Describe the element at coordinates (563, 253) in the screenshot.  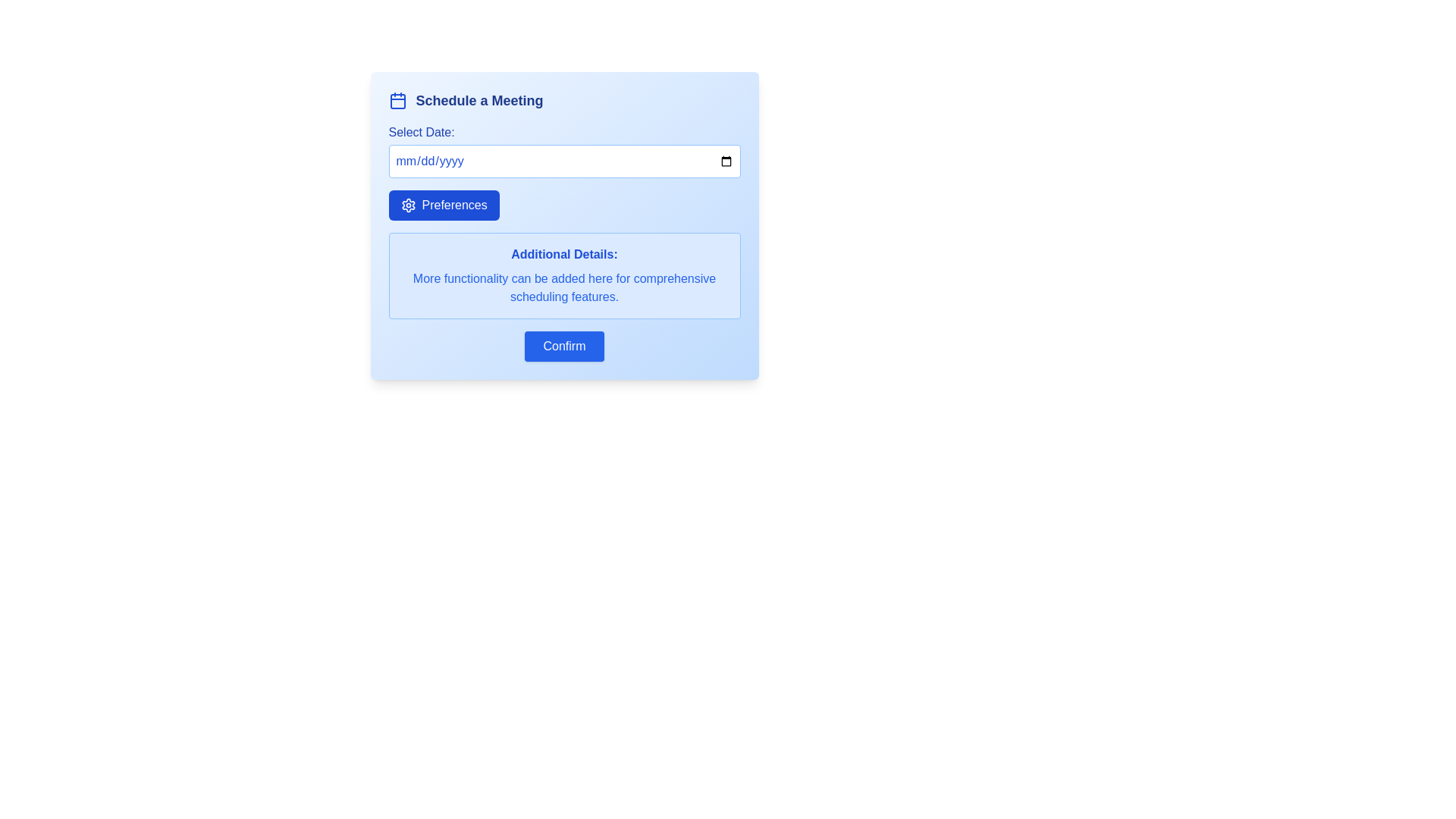
I see `the text label displaying 'Additional Details:' in a bold blue font, positioned at the top of a bordered box with a light blue background` at that location.